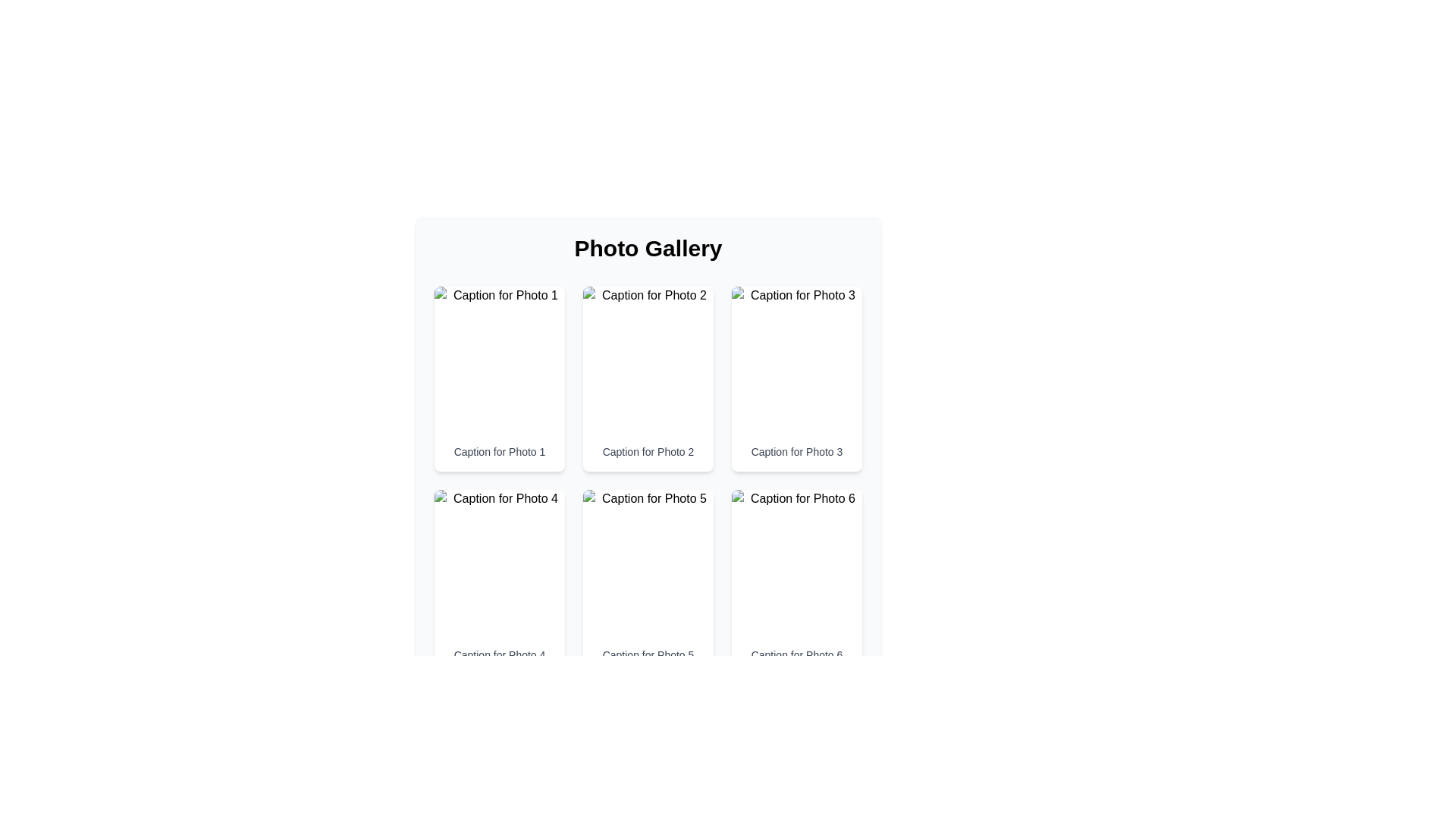  I want to click on the text element that reads 'Caption for Photo 3' in gray, located at the bottom of the third card in the top row of the photo gallery layout, so click(796, 451).